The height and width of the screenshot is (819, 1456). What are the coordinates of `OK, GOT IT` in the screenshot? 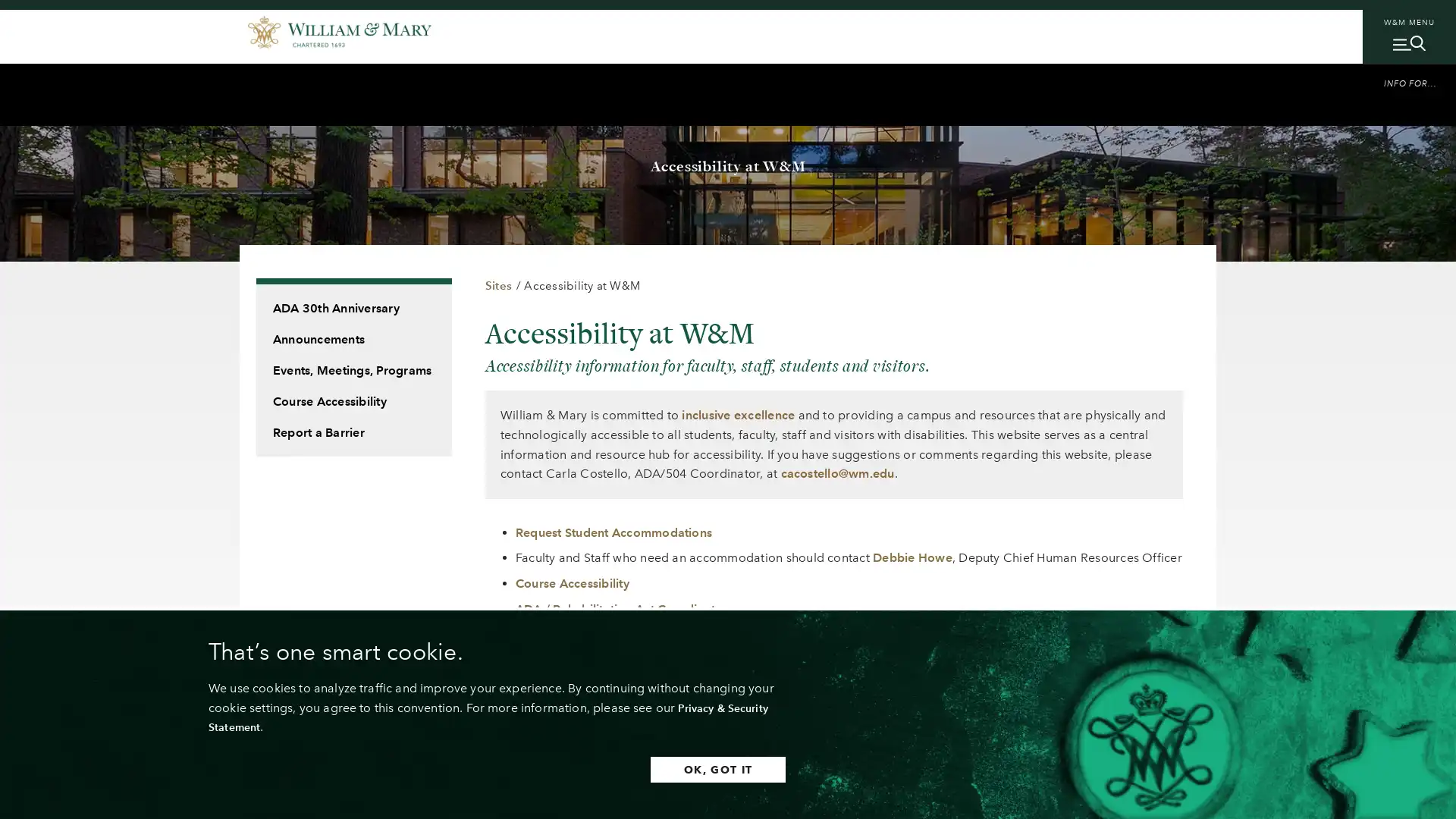 It's located at (674, 769).